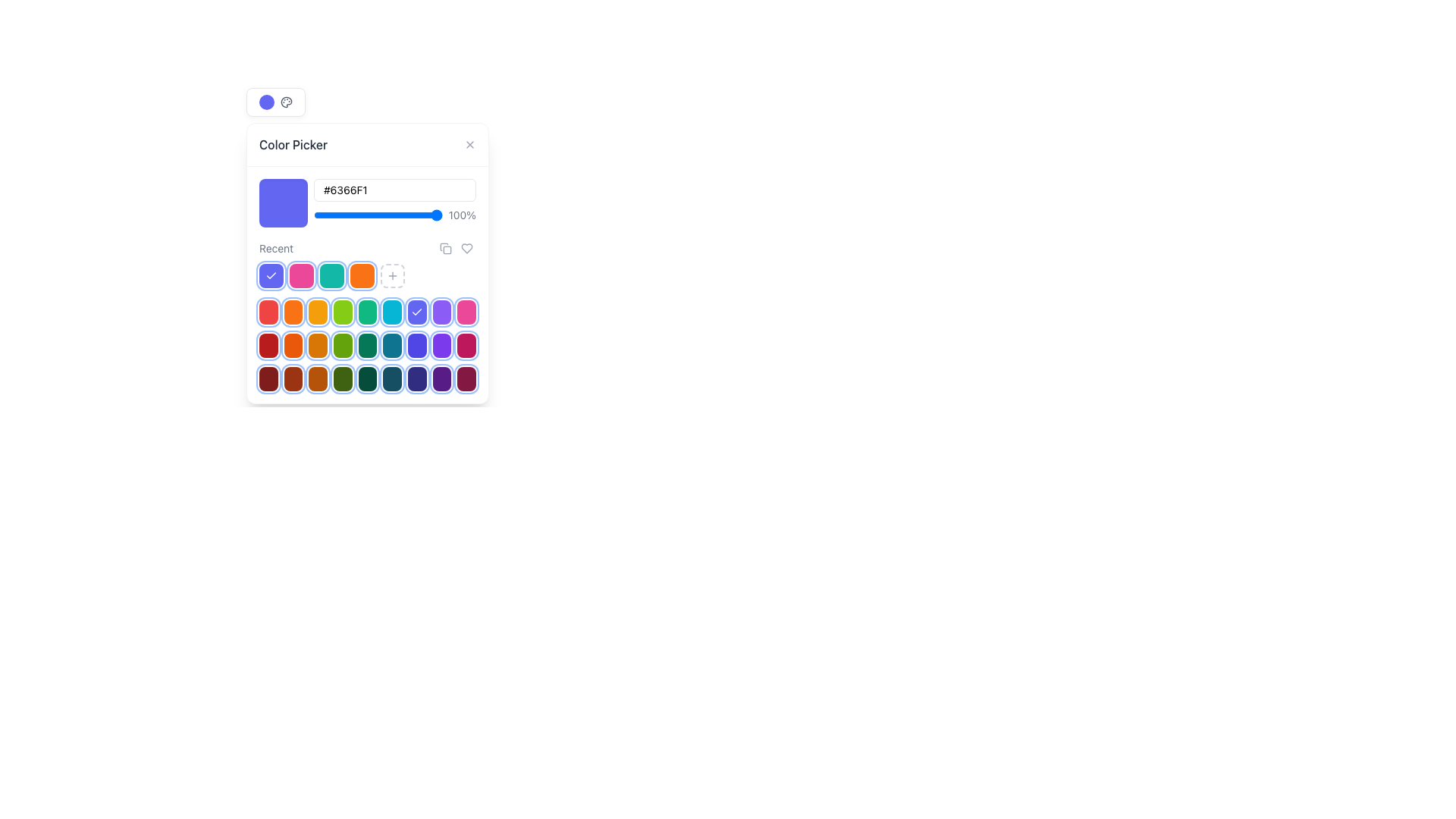 The image size is (1456, 819). Describe the element at coordinates (367, 345) in the screenshot. I see `the selectable color tile located in the center of the third row of the color picker, which is the sixth tile in that row` at that location.